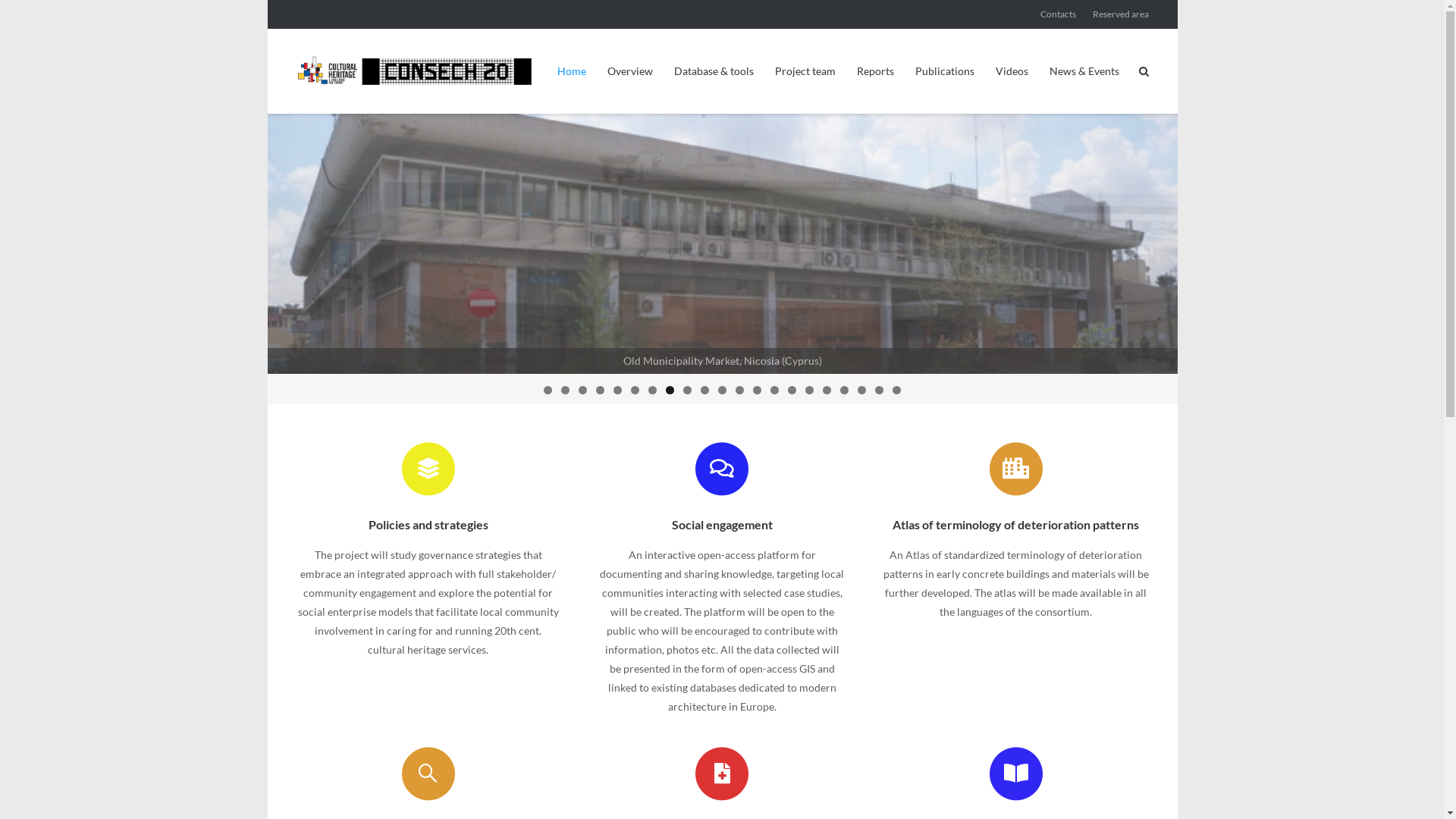  What do you see at coordinates (704, 389) in the screenshot?
I see `'10'` at bounding box center [704, 389].